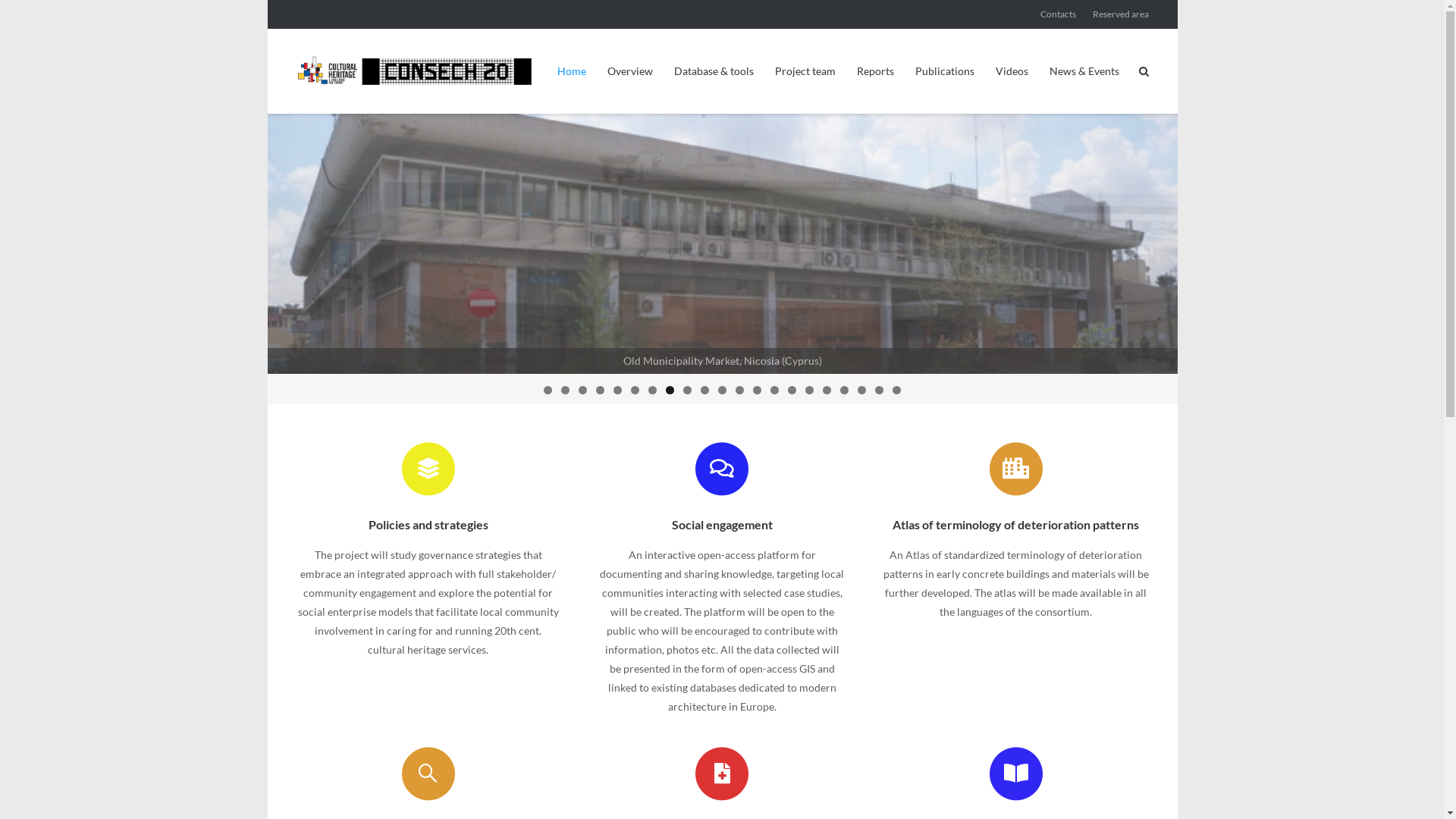  What do you see at coordinates (704, 389) in the screenshot?
I see `'10'` at bounding box center [704, 389].